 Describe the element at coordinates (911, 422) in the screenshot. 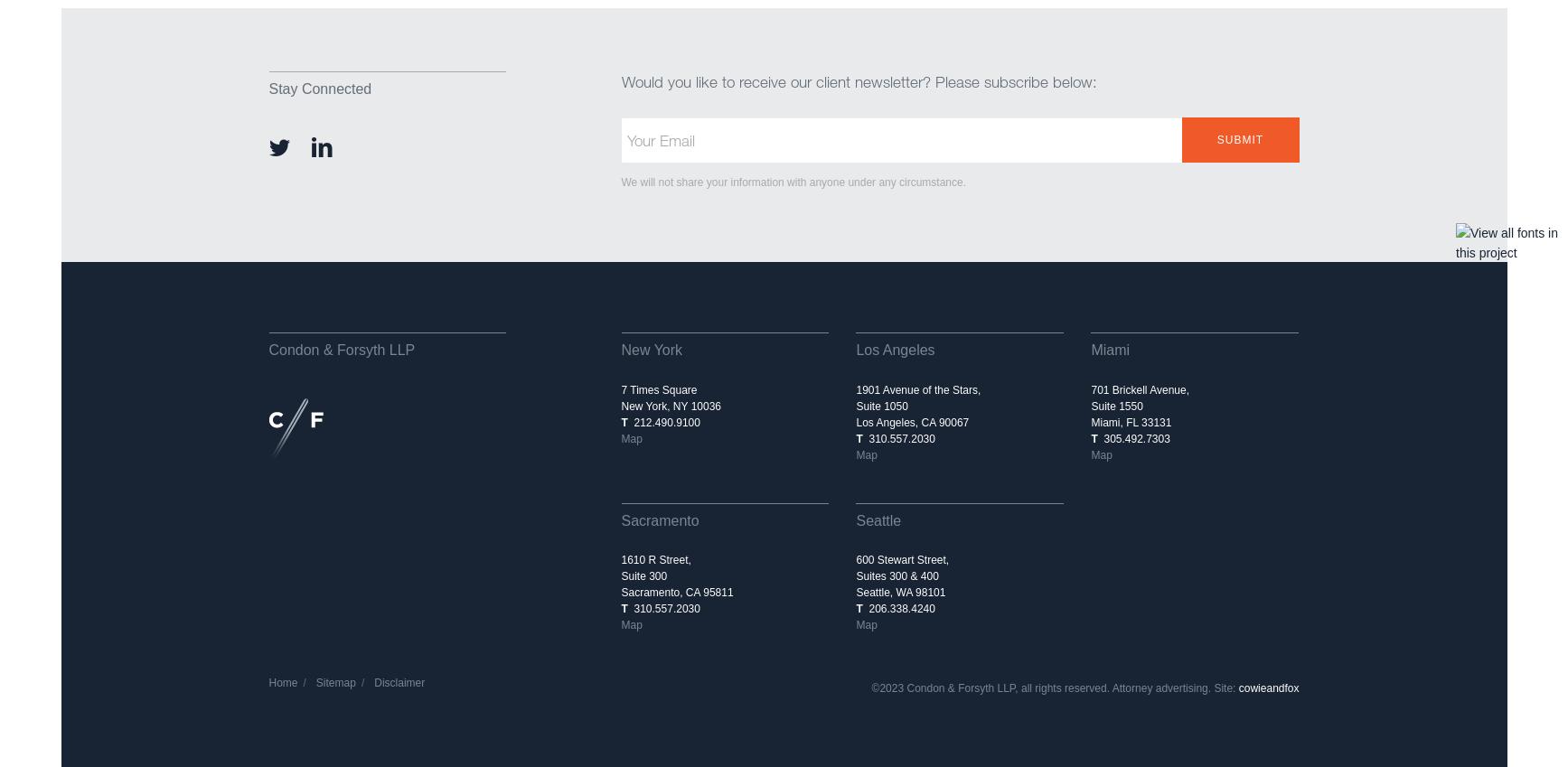

I see `'Los Angeles, CA 90067'` at that location.